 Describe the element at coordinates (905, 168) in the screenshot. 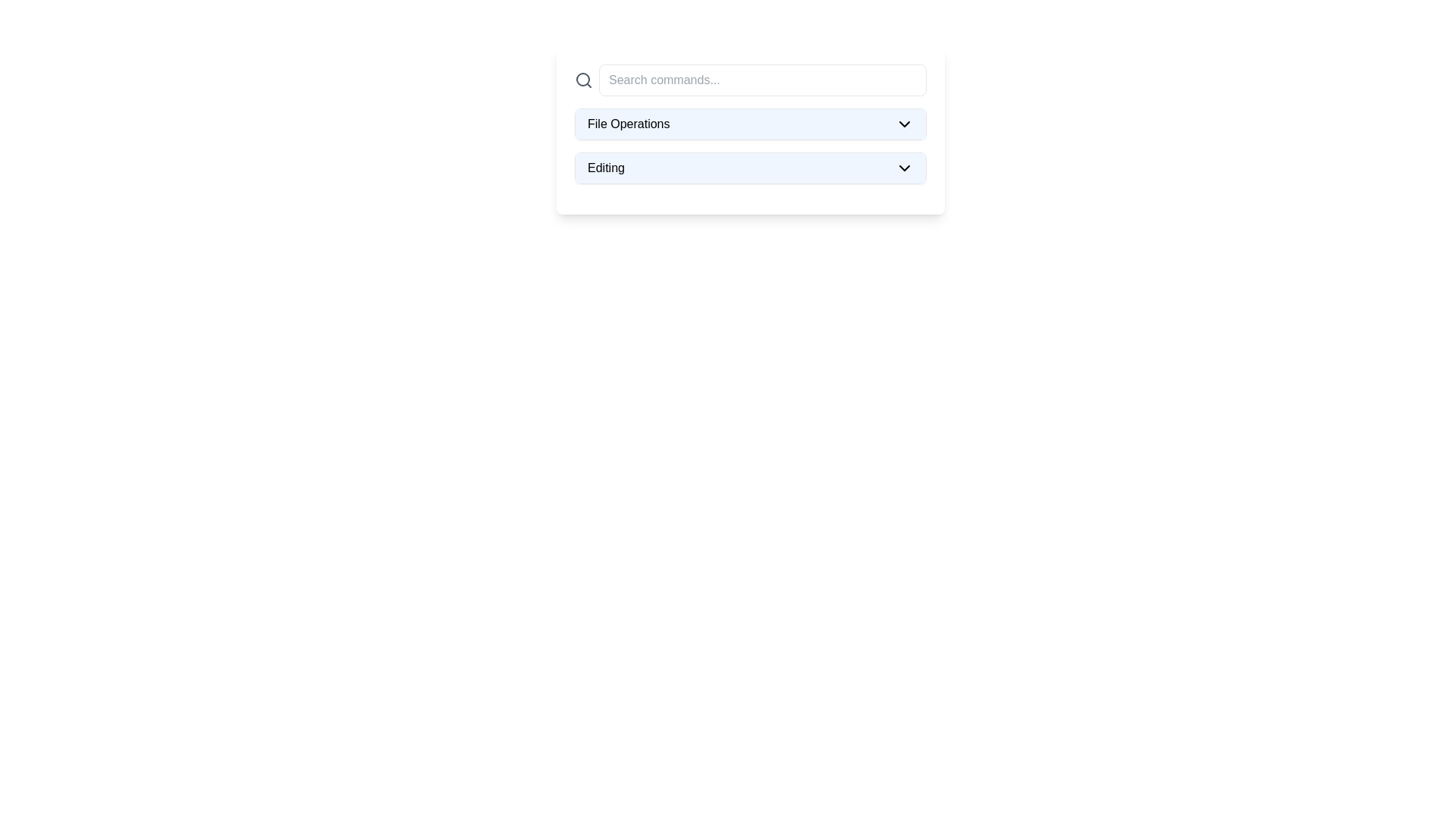

I see `the chevron icon used for dropdown functionality located at the far-right side of the 'Editing' bar` at that location.